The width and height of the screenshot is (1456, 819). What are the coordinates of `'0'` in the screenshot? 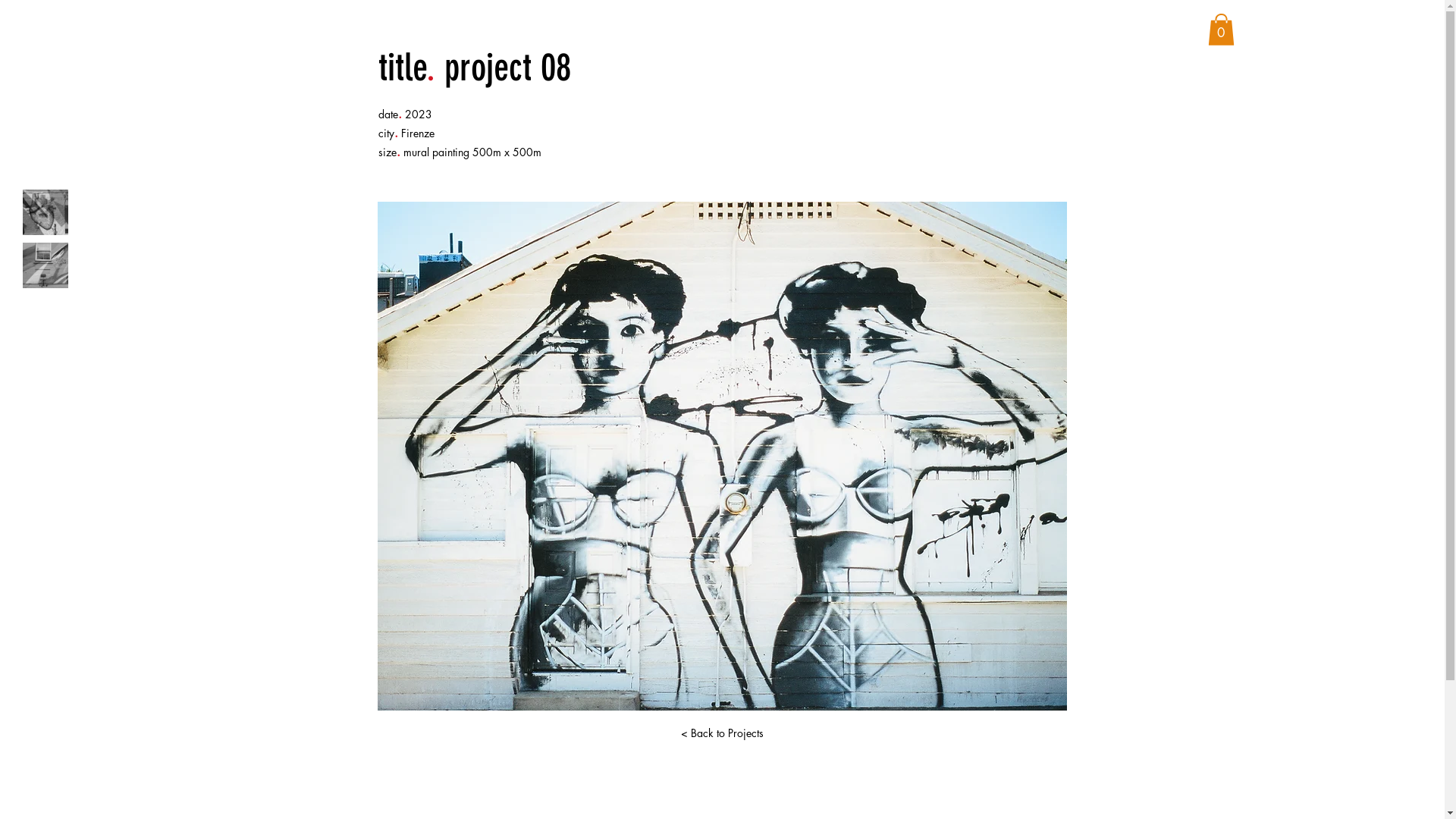 It's located at (1220, 29).